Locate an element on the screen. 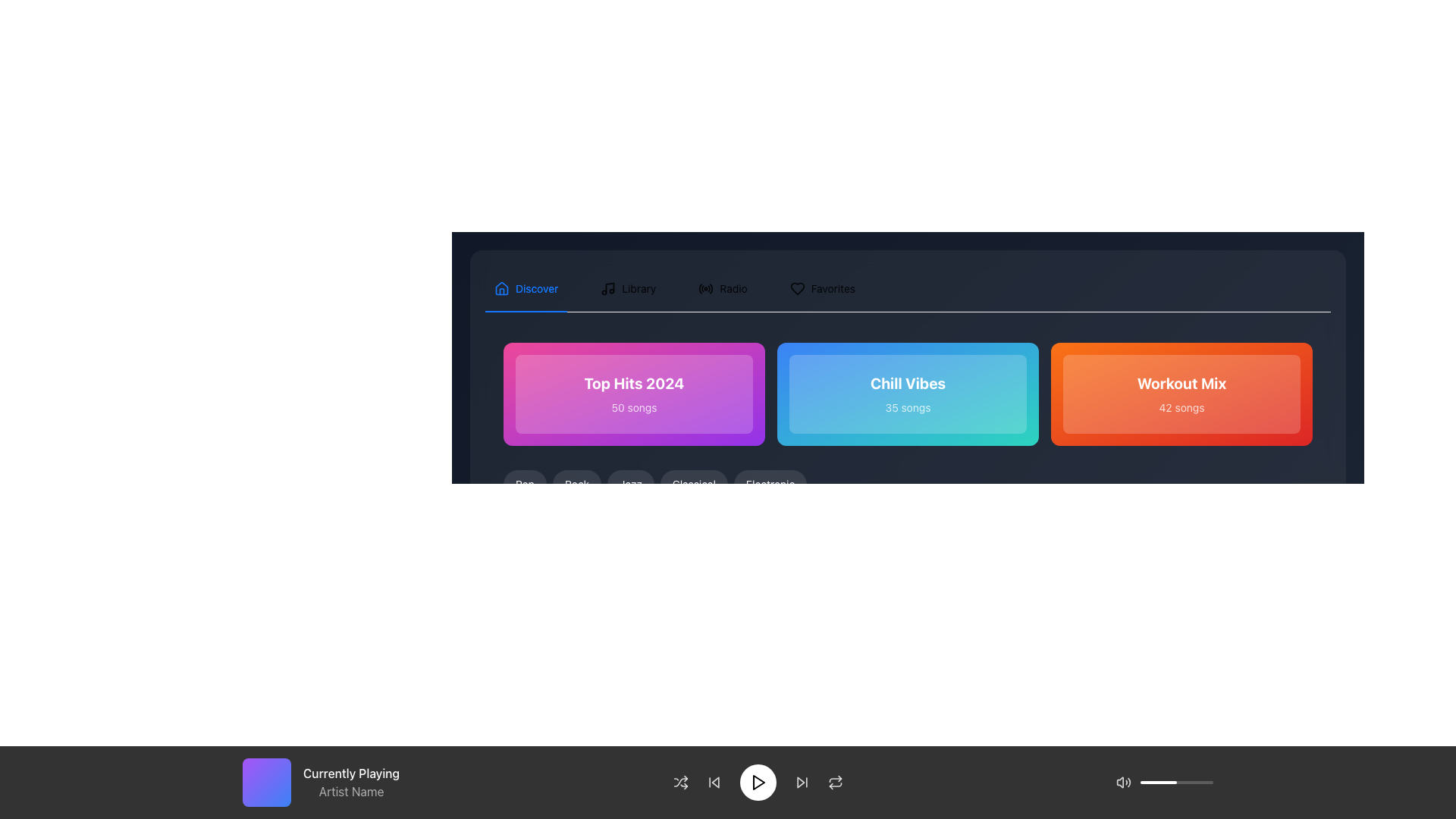 The height and width of the screenshot is (819, 1456). the 'Workout Mix' playlist card, which is the third card in the horizontal sequence within the 'Discover' section, to potentially reveal more information is located at coordinates (1181, 394).